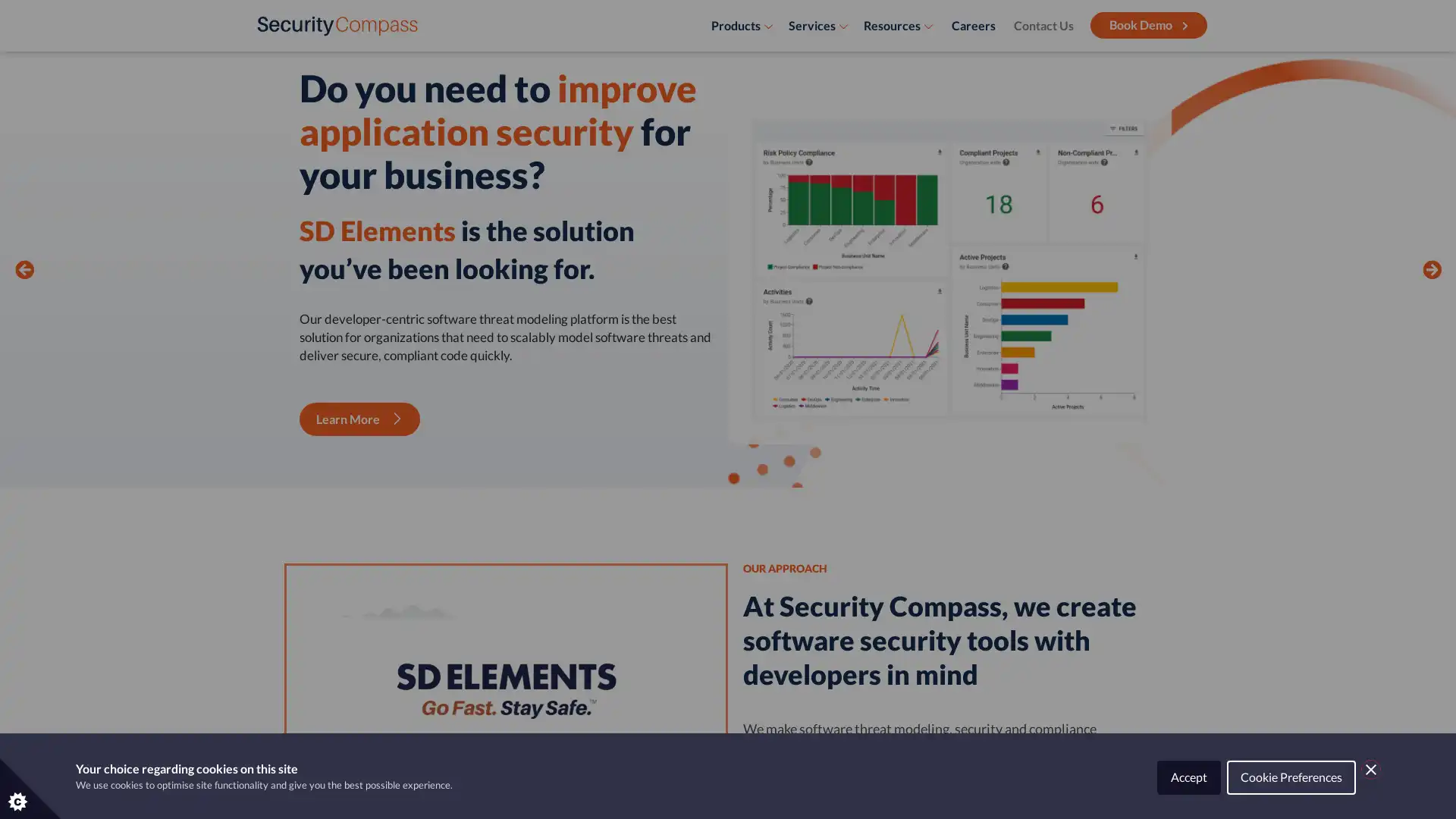  I want to click on Previous, so click(24, 288).